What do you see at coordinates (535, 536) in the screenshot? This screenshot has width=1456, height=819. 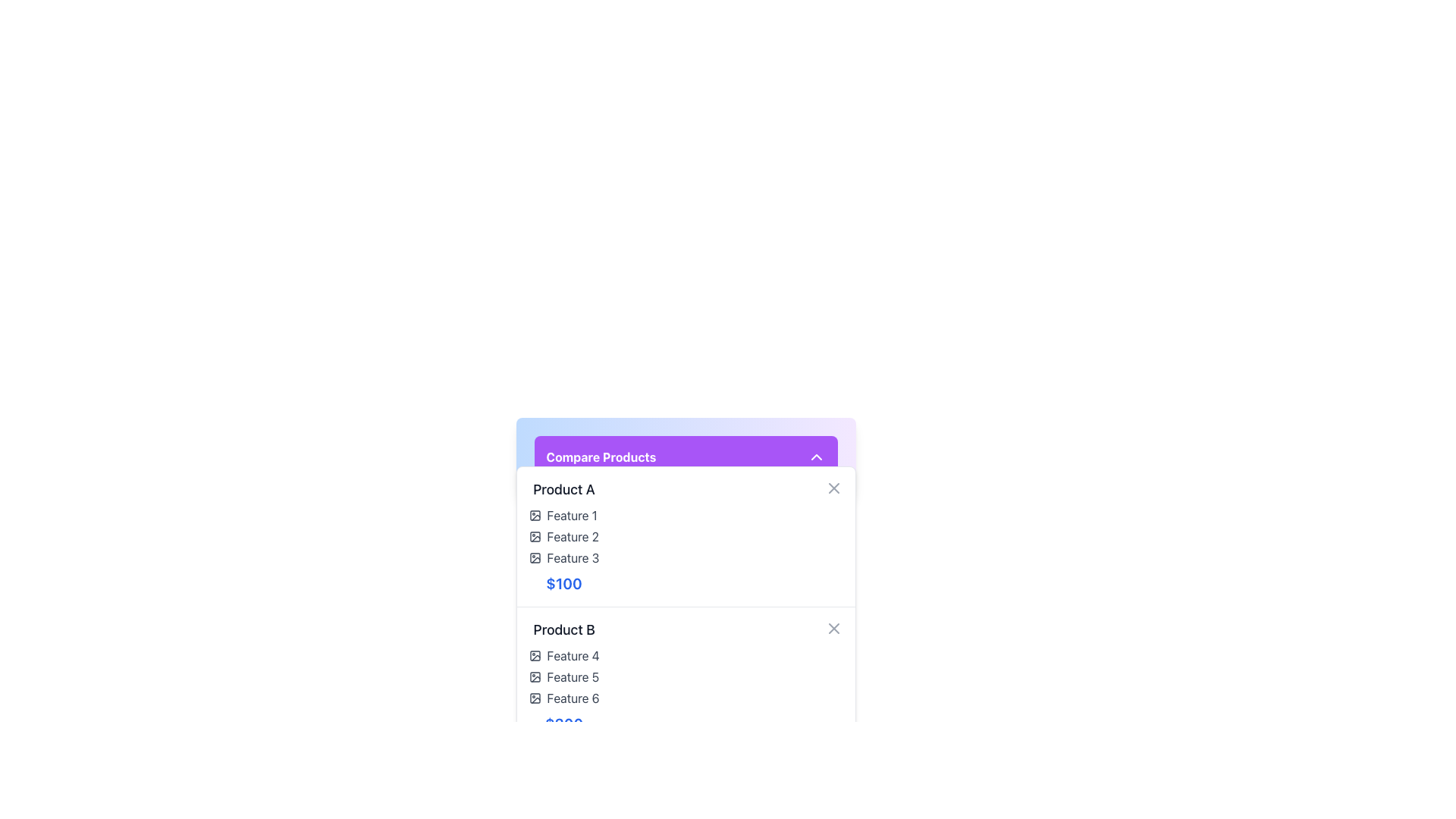 I see `the first icon` at bounding box center [535, 536].